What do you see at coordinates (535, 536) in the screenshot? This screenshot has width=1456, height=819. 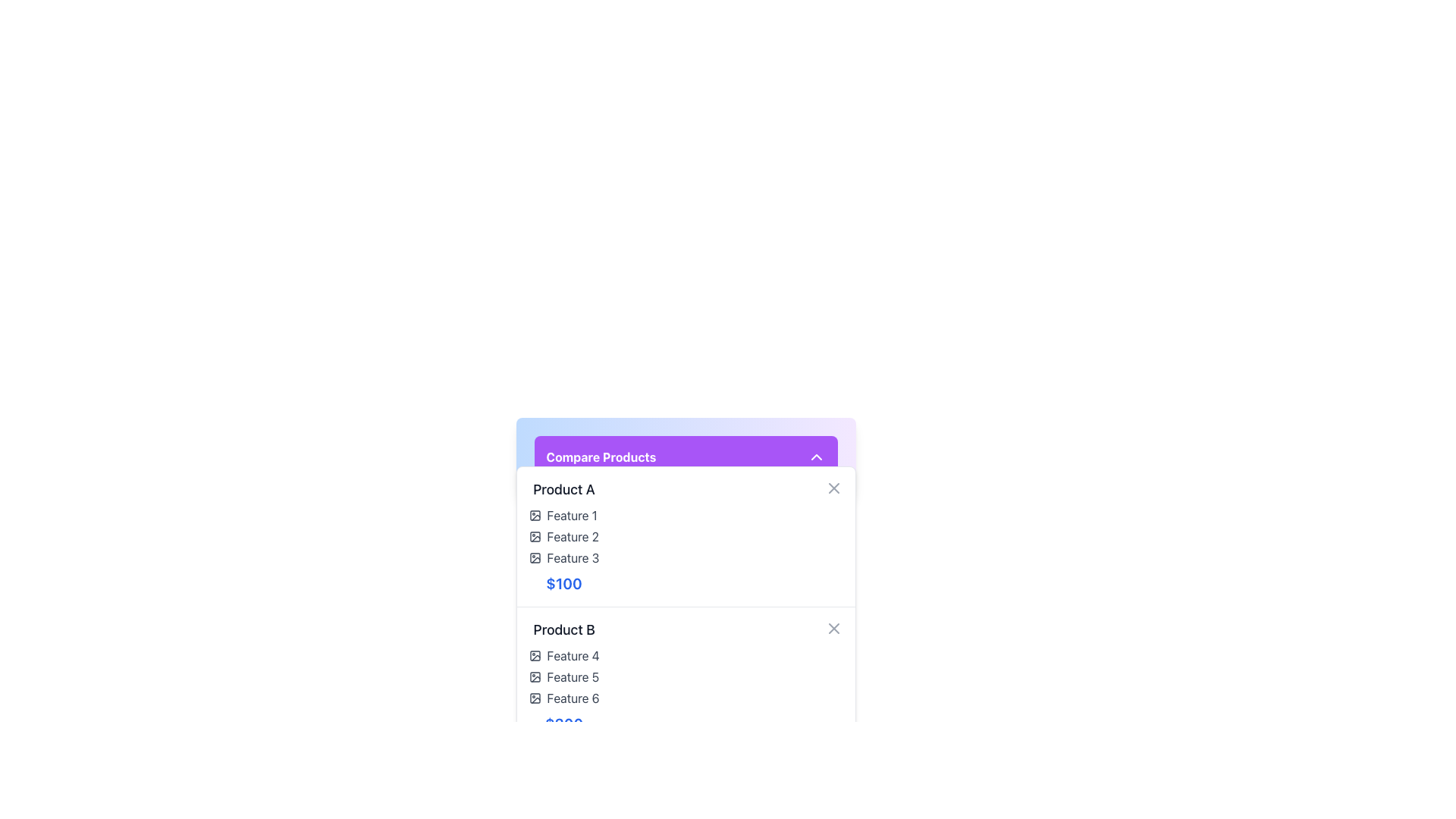 I see `the first icon` at bounding box center [535, 536].